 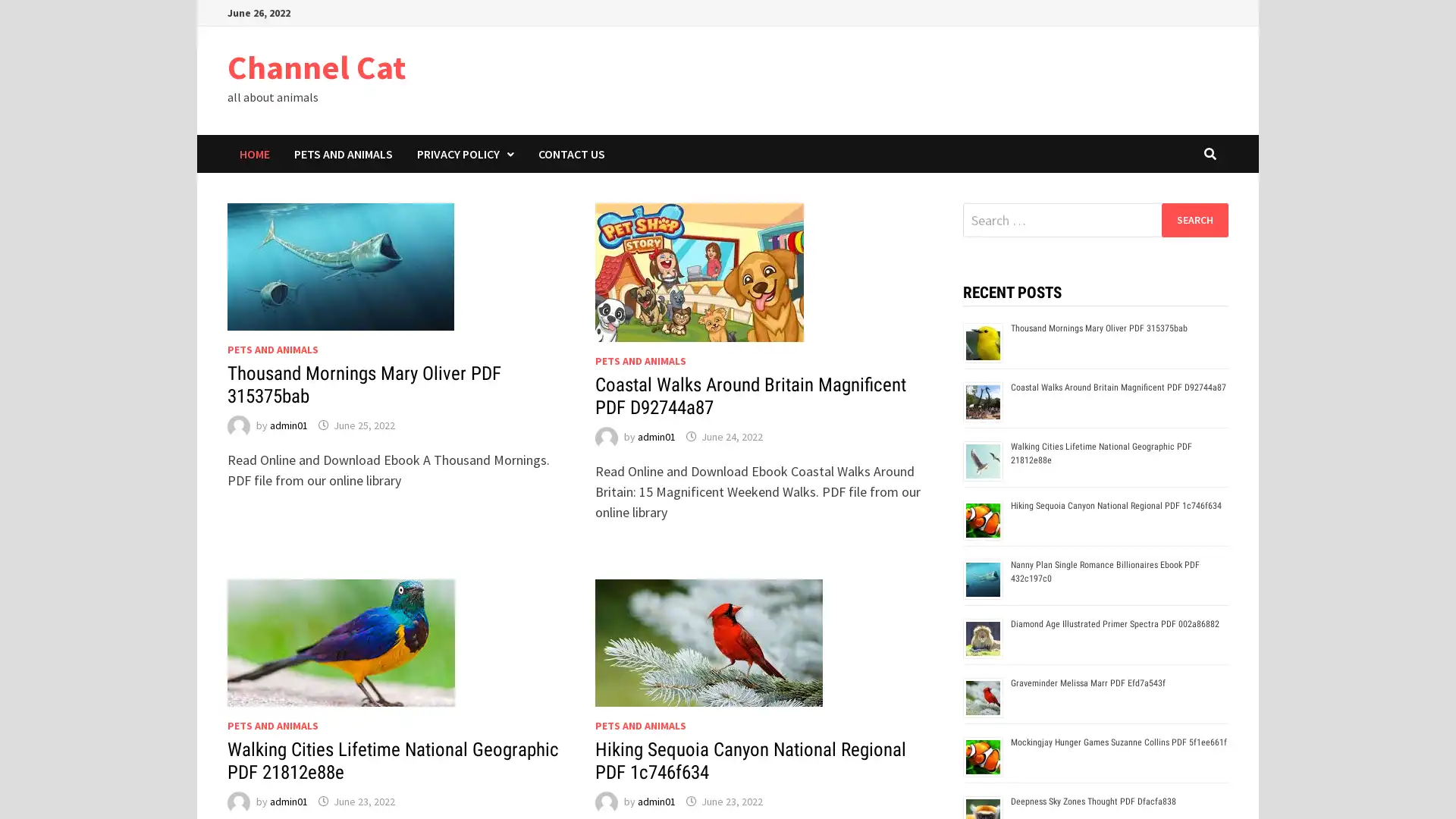 I want to click on Search, so click(x=1194, y=219).